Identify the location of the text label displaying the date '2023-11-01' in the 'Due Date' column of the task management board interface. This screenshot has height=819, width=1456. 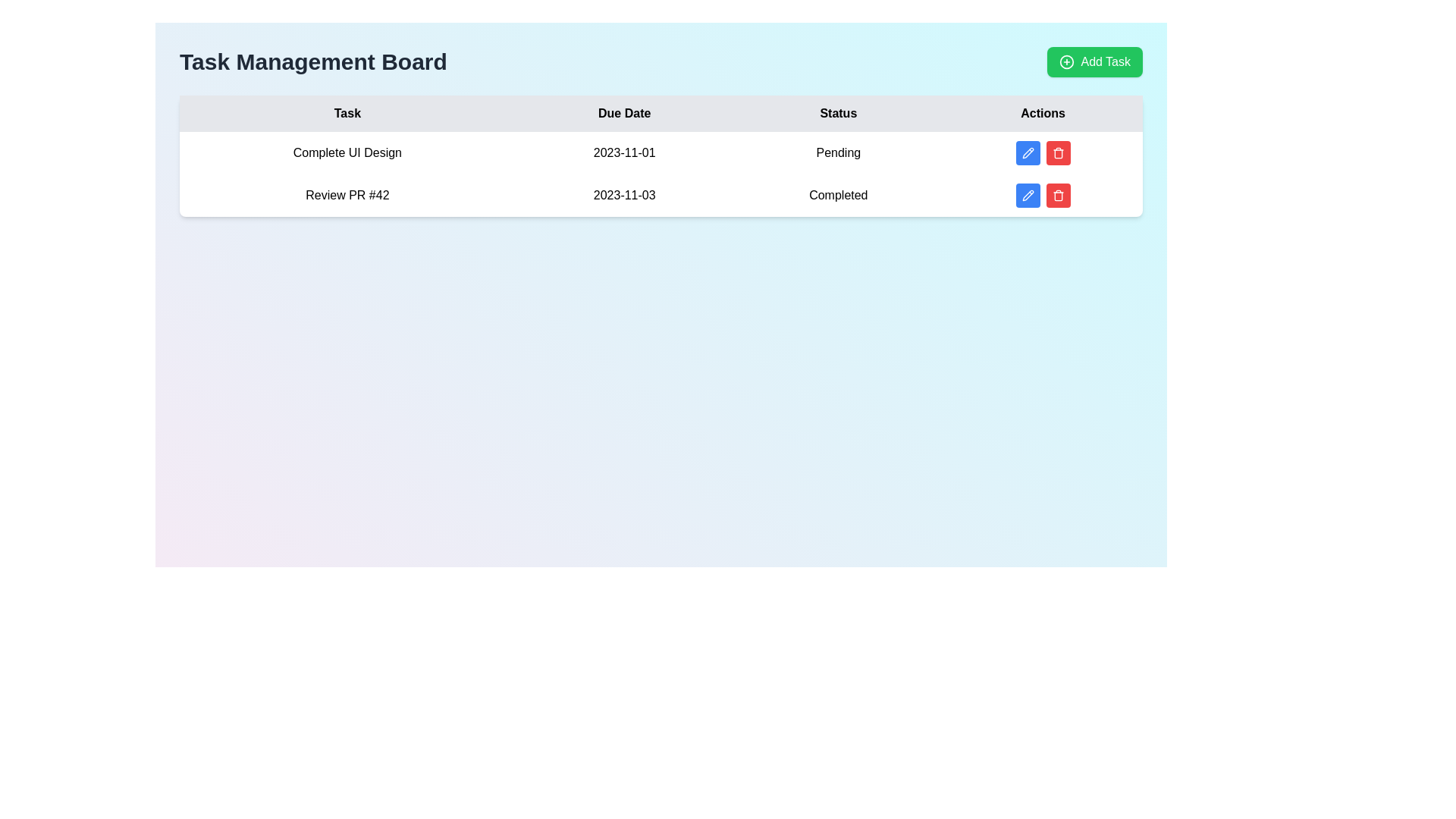
(624, 152).